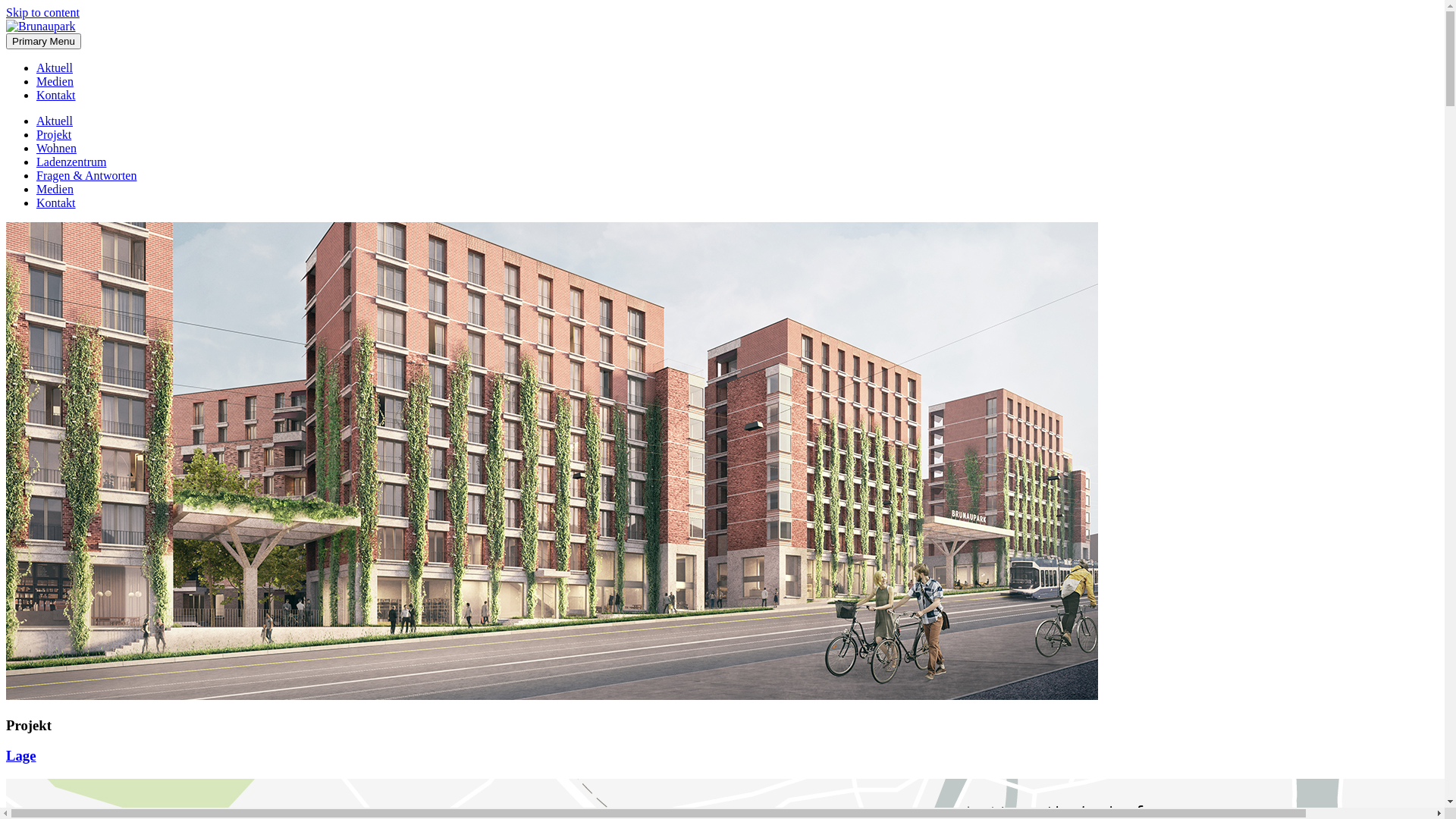 This screenshot has height=819, width=1456. What do you see at coordinates (55, 188) in the screenshot?
I see `'Medien'` at bounding box center [55, 188].